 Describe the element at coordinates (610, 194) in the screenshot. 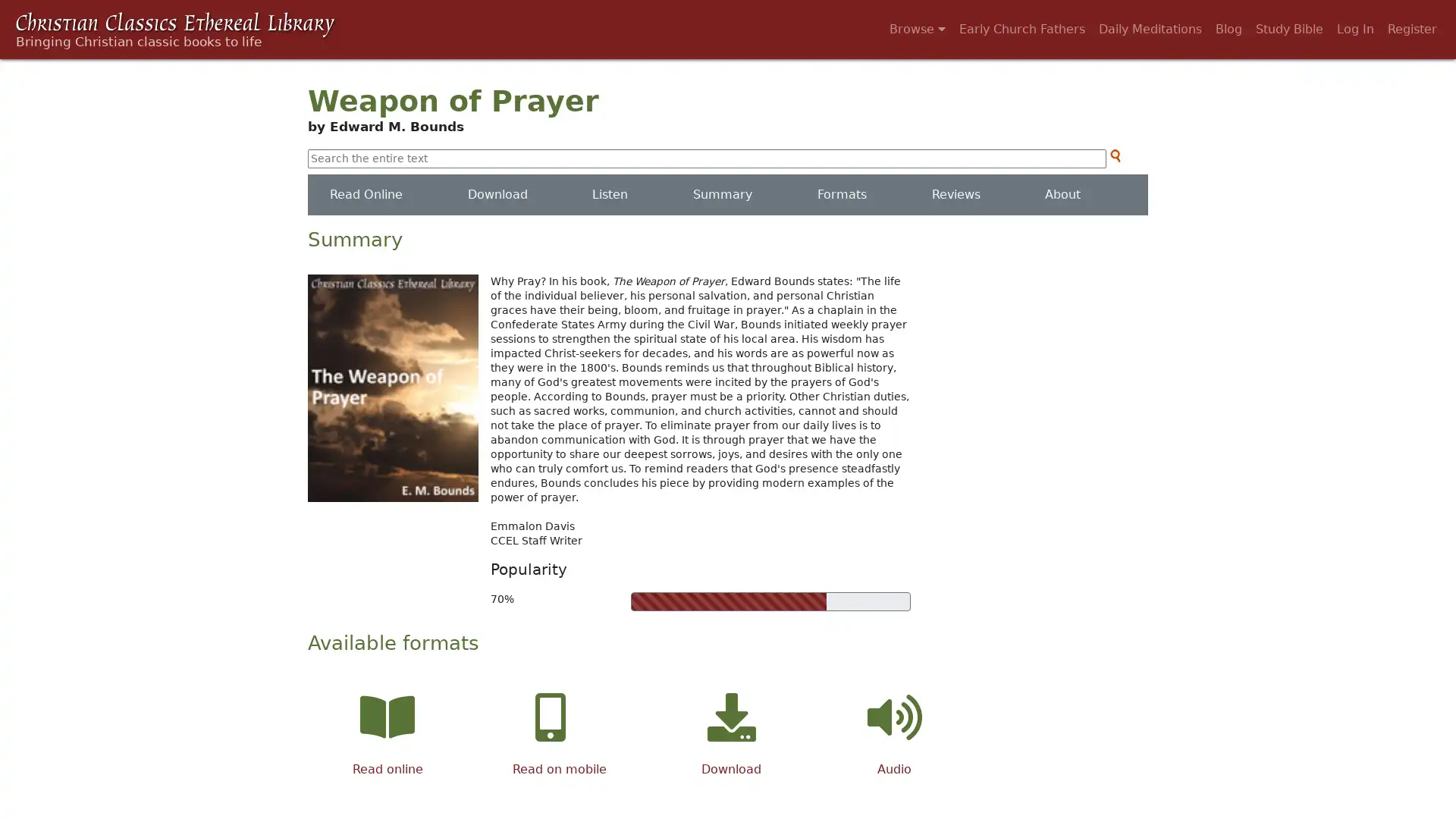

I see `Listen` at that location.